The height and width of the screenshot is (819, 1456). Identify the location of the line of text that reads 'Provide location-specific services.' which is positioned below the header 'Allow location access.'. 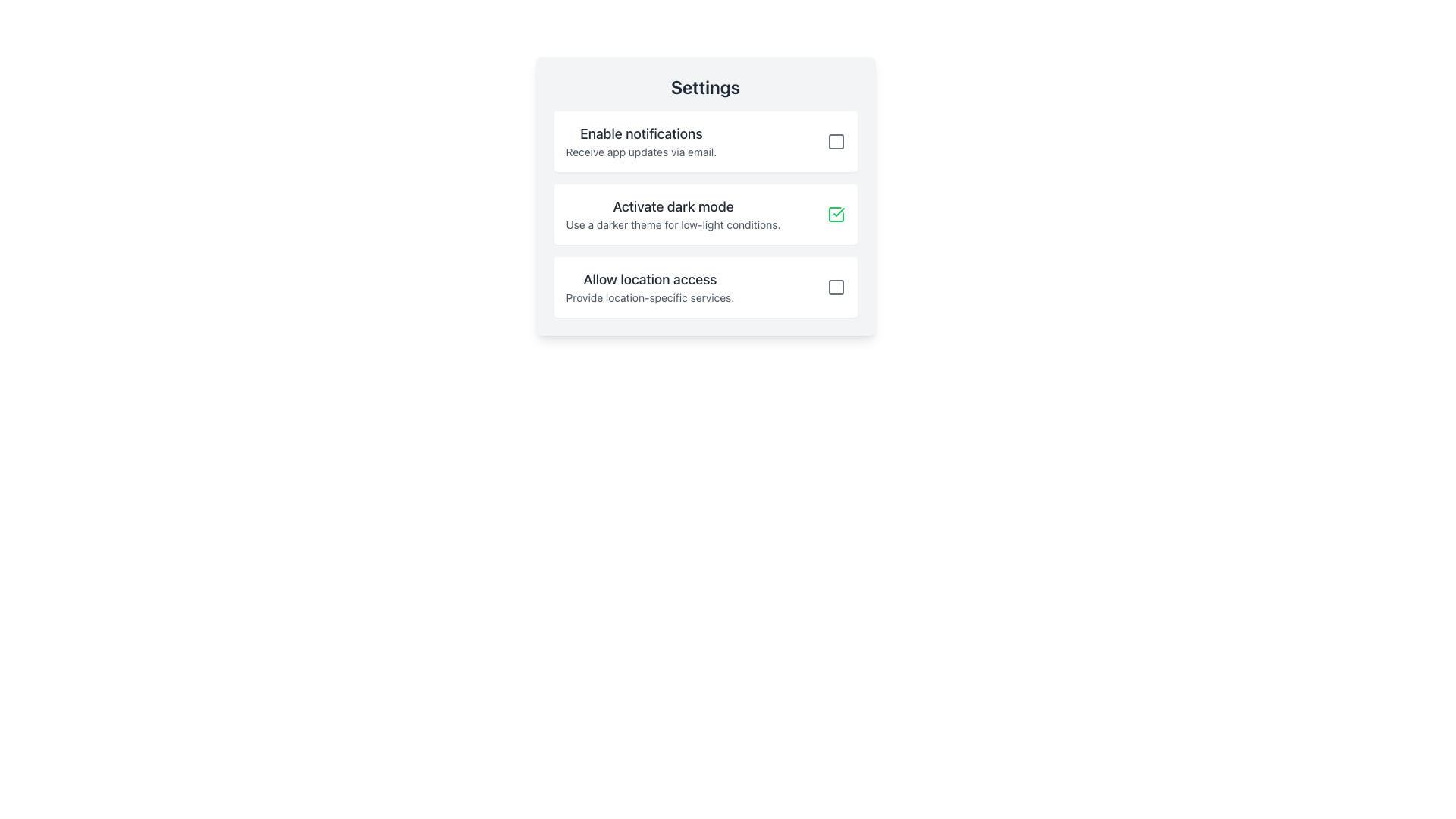
(650, 298).